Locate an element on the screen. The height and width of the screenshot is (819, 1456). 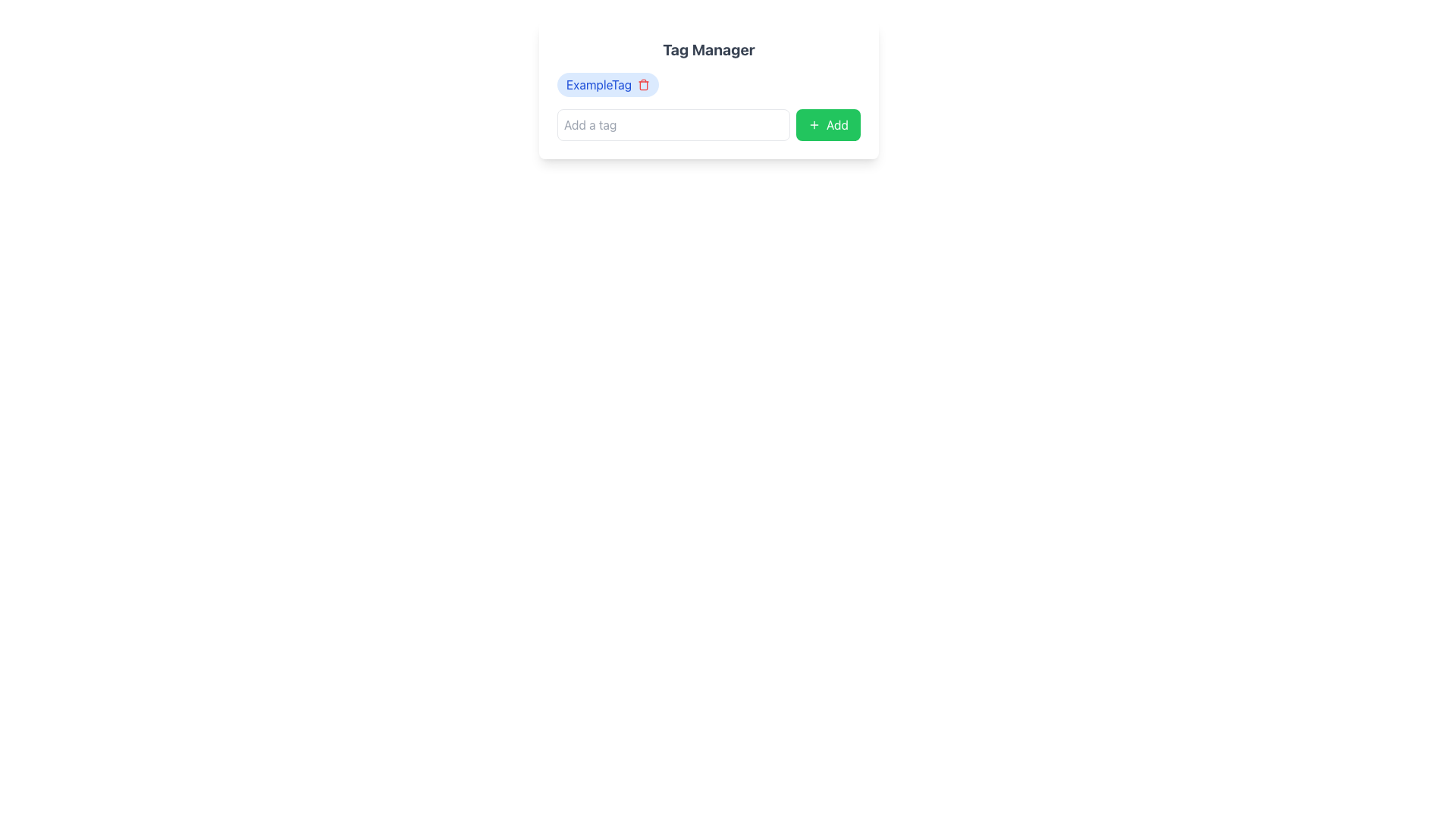
the trash can icon, which is a rectangular icon with rounded edges, located next to the text 'ExampleTag' in the SVG illustration is located at coordinates (644, 86).